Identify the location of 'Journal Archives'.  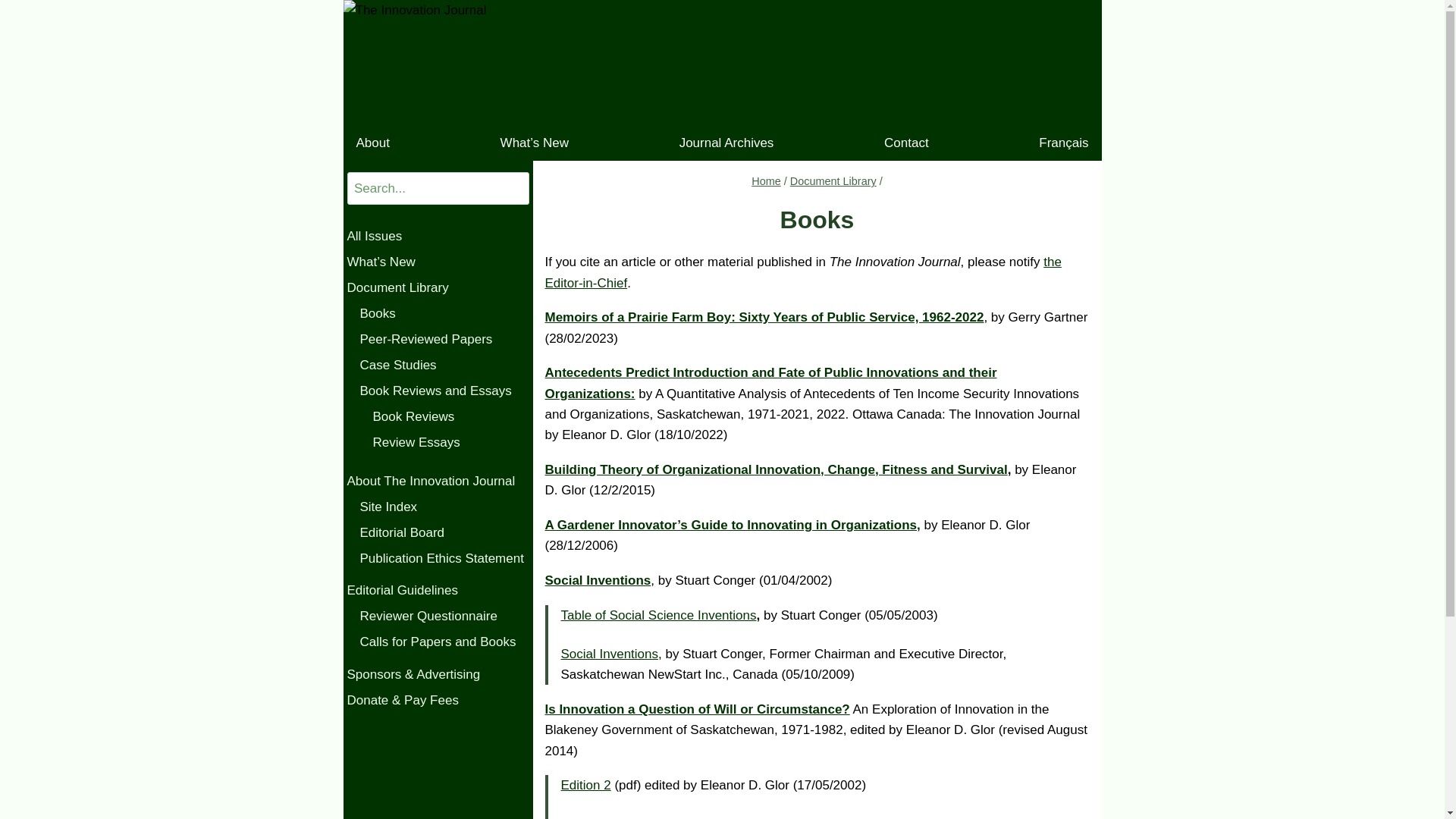
(726, 143).